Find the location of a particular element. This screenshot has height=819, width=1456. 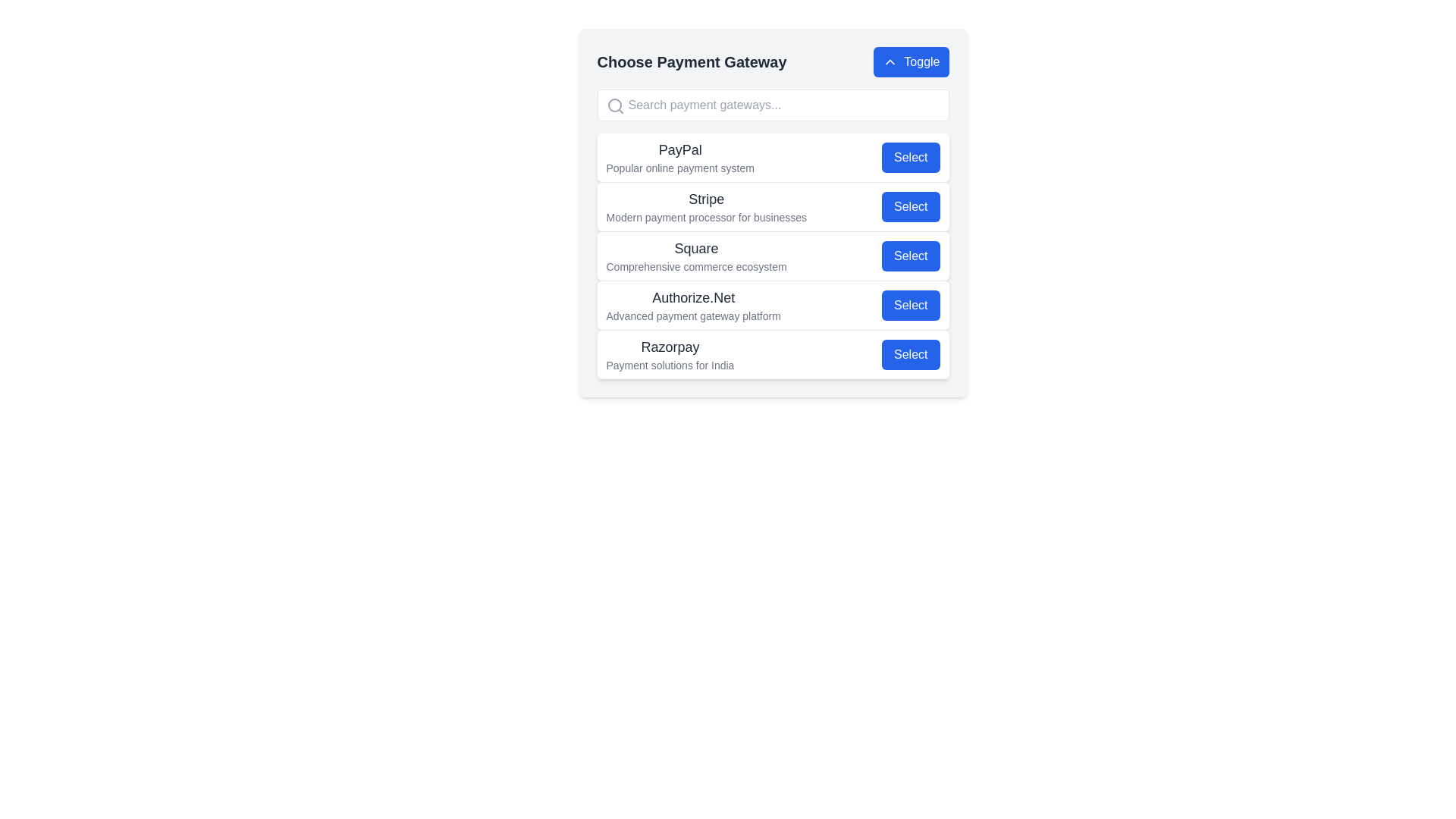

the 'PayPal' textual description panel, which displays 'PayPal' in bold and larger font above 'Popular online payment system' in a smaller font, located within a white card-like background near the top center is located at coordinates (679, 158).